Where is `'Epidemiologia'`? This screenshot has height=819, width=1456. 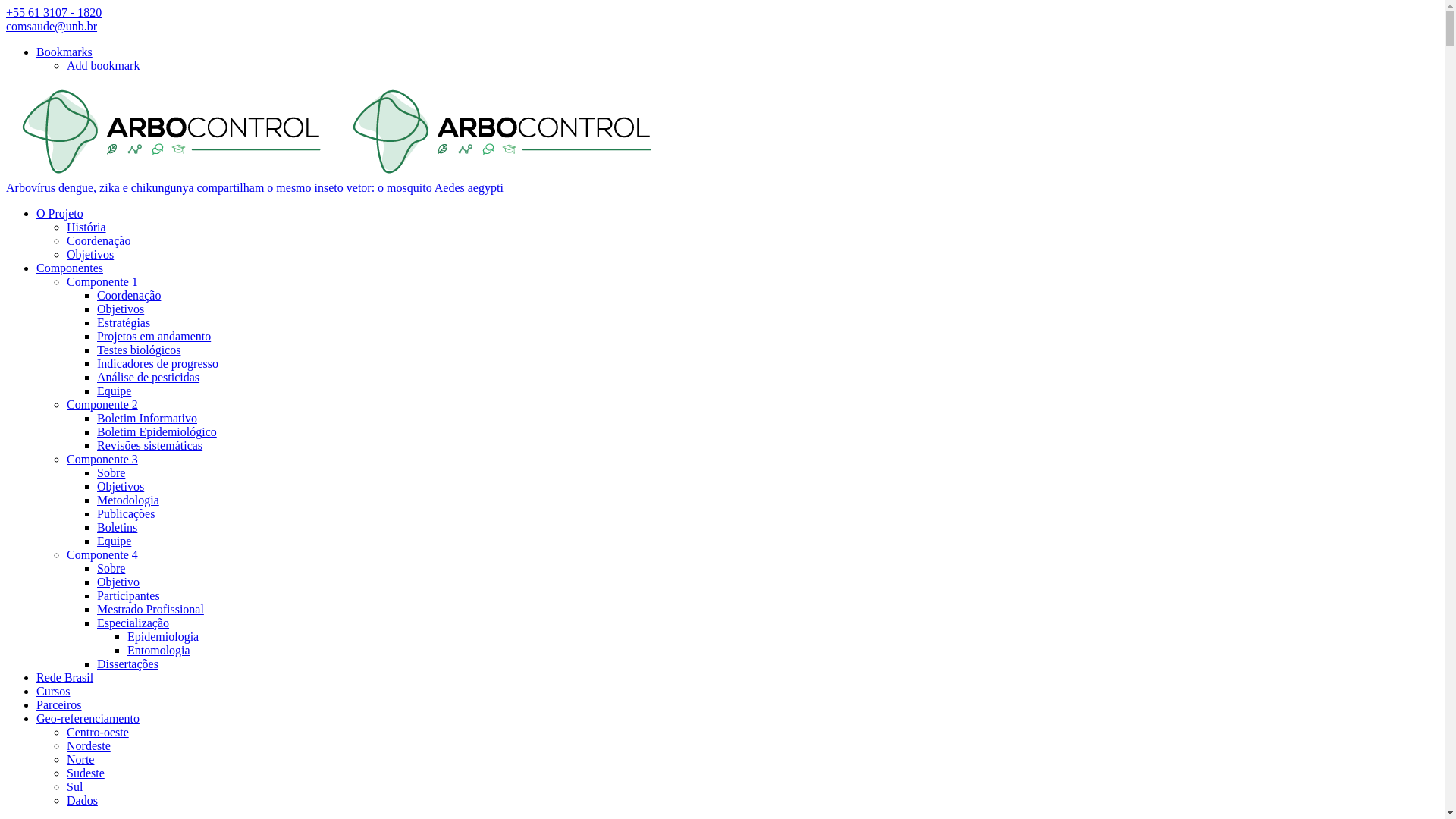
'Epidemiologia' is located at coordinates (163, 636).